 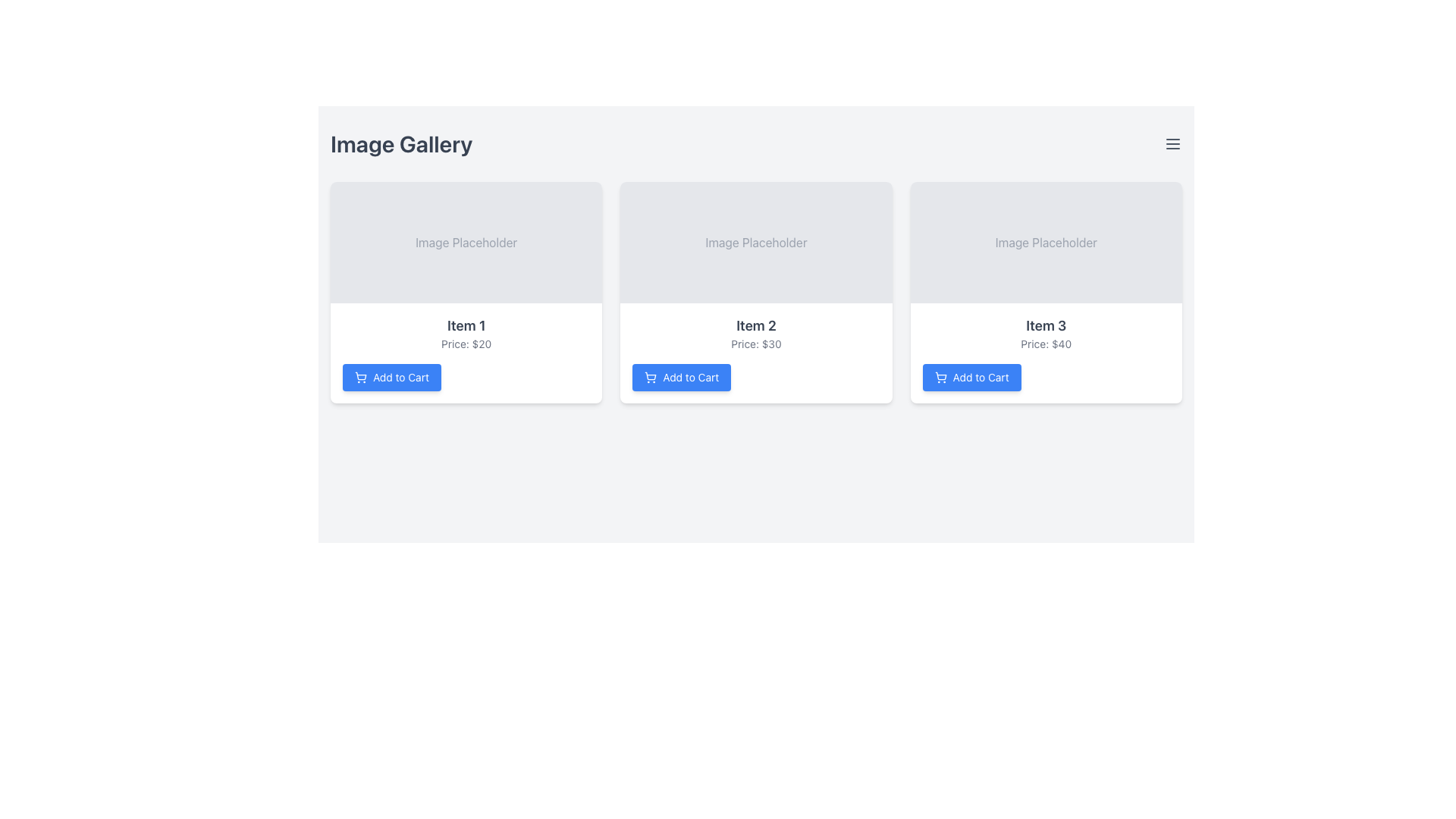 What do you see at coordinates (392, 376) in the screenshot?
I see `the 'Add to Cart' button located centrally below the 'Price: $20' text in the 'Item 1' card on the leftmost side of a three-card grid layout` at bounding box center [392, 376].